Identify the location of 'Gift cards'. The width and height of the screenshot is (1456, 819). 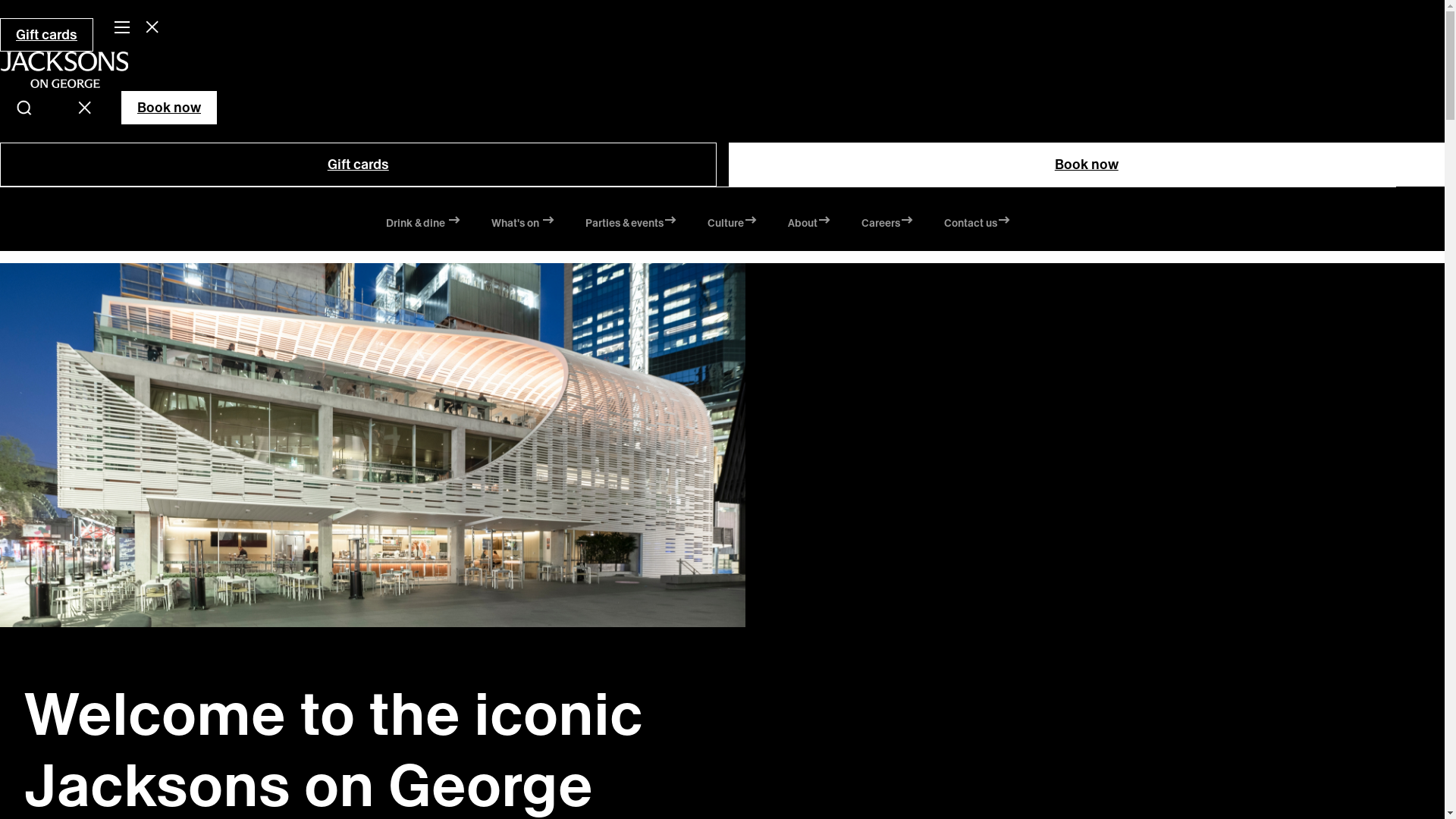
(46, 34).